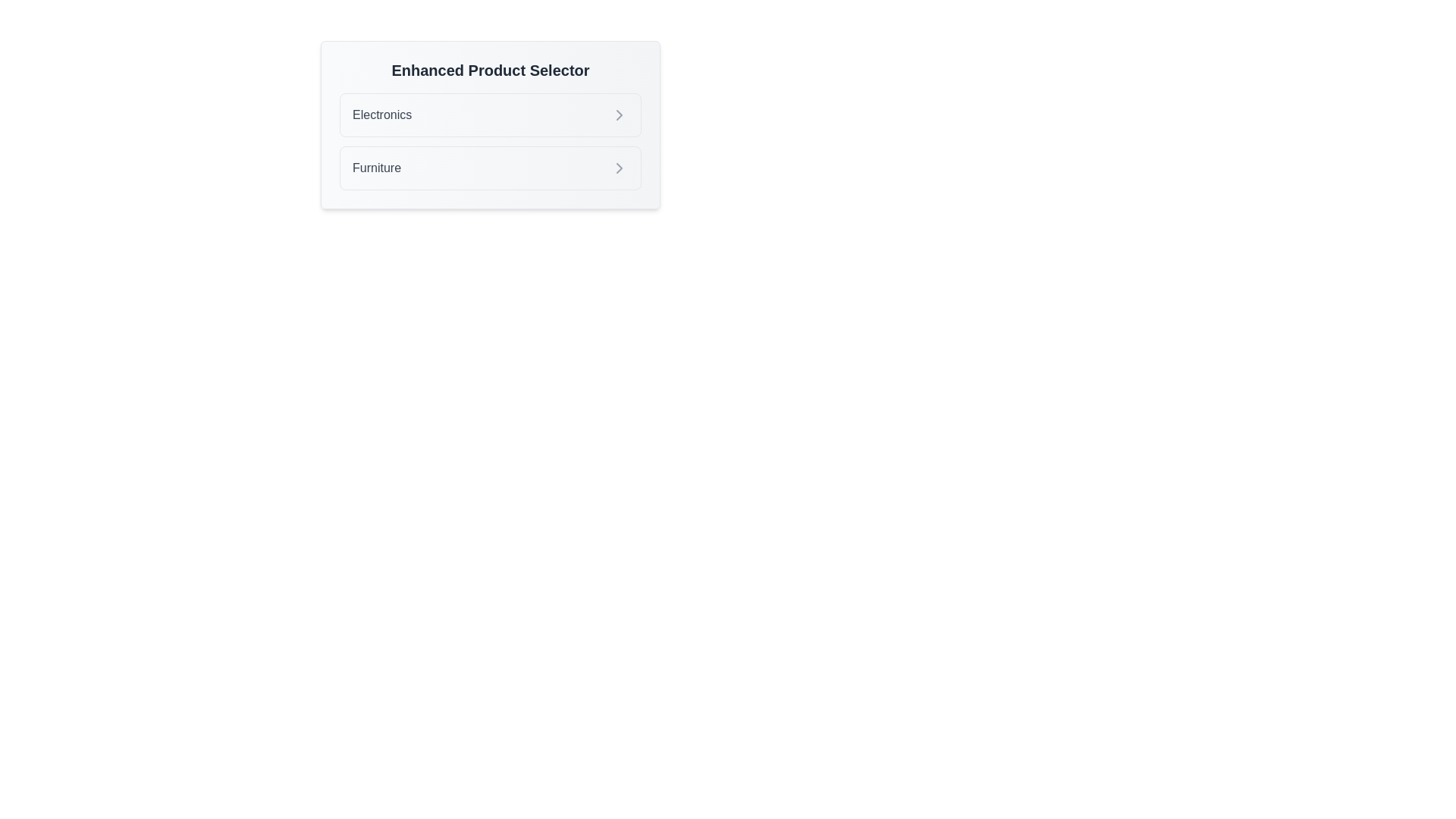 This screenshot has width=1456, height=819. I want to click on the second item in the vertically stacked list of buttons titled 'Enhanced Product Selector', which navigates to the 'Furniture' category, so click(491, 168).